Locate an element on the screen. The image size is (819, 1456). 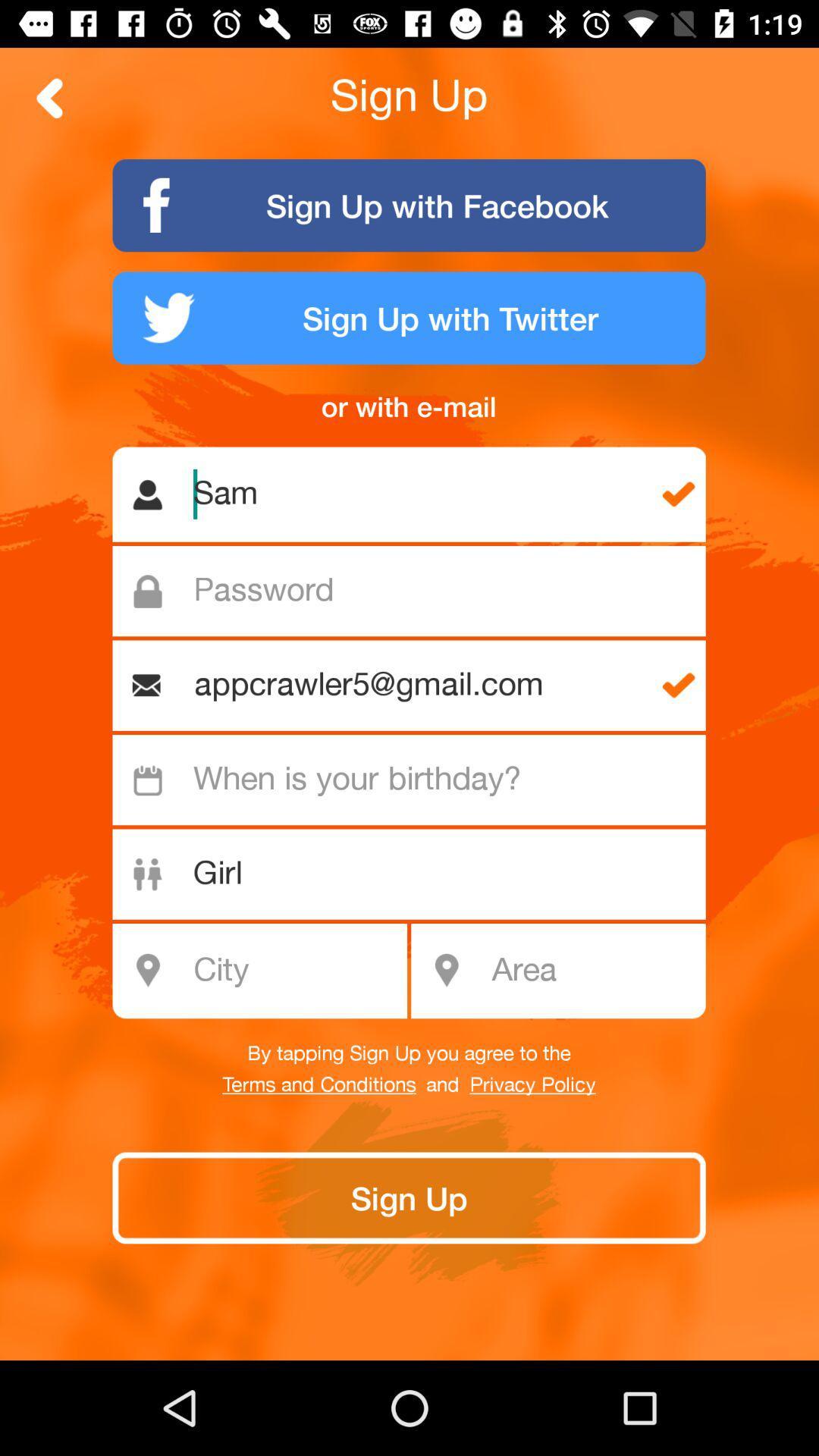
the icon which is left side of the city is located at coordinates (148, 971).